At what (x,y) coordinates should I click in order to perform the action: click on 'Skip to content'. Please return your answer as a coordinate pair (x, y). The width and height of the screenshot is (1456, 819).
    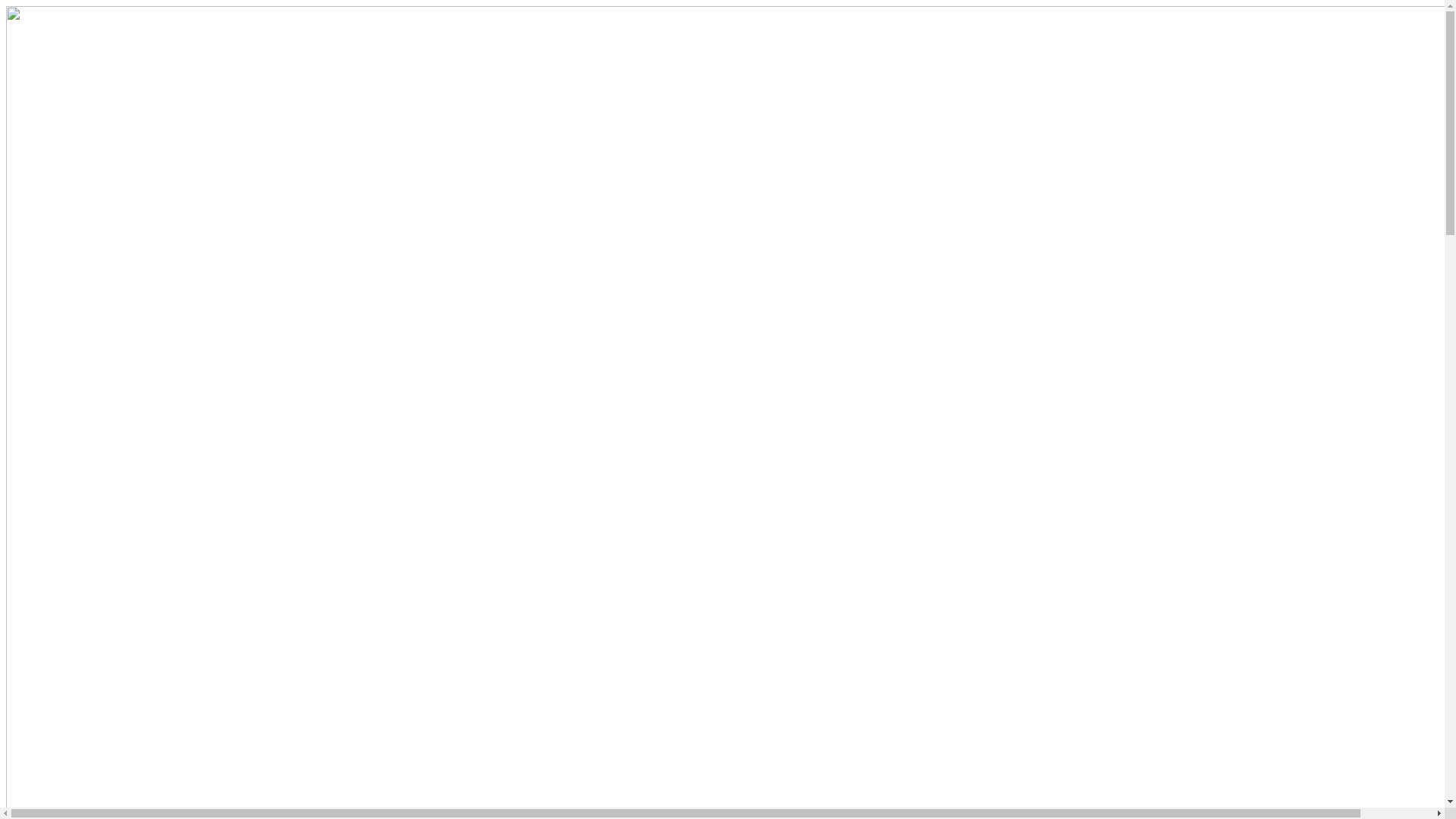
    Looking at the image, I should click on (5, 5).